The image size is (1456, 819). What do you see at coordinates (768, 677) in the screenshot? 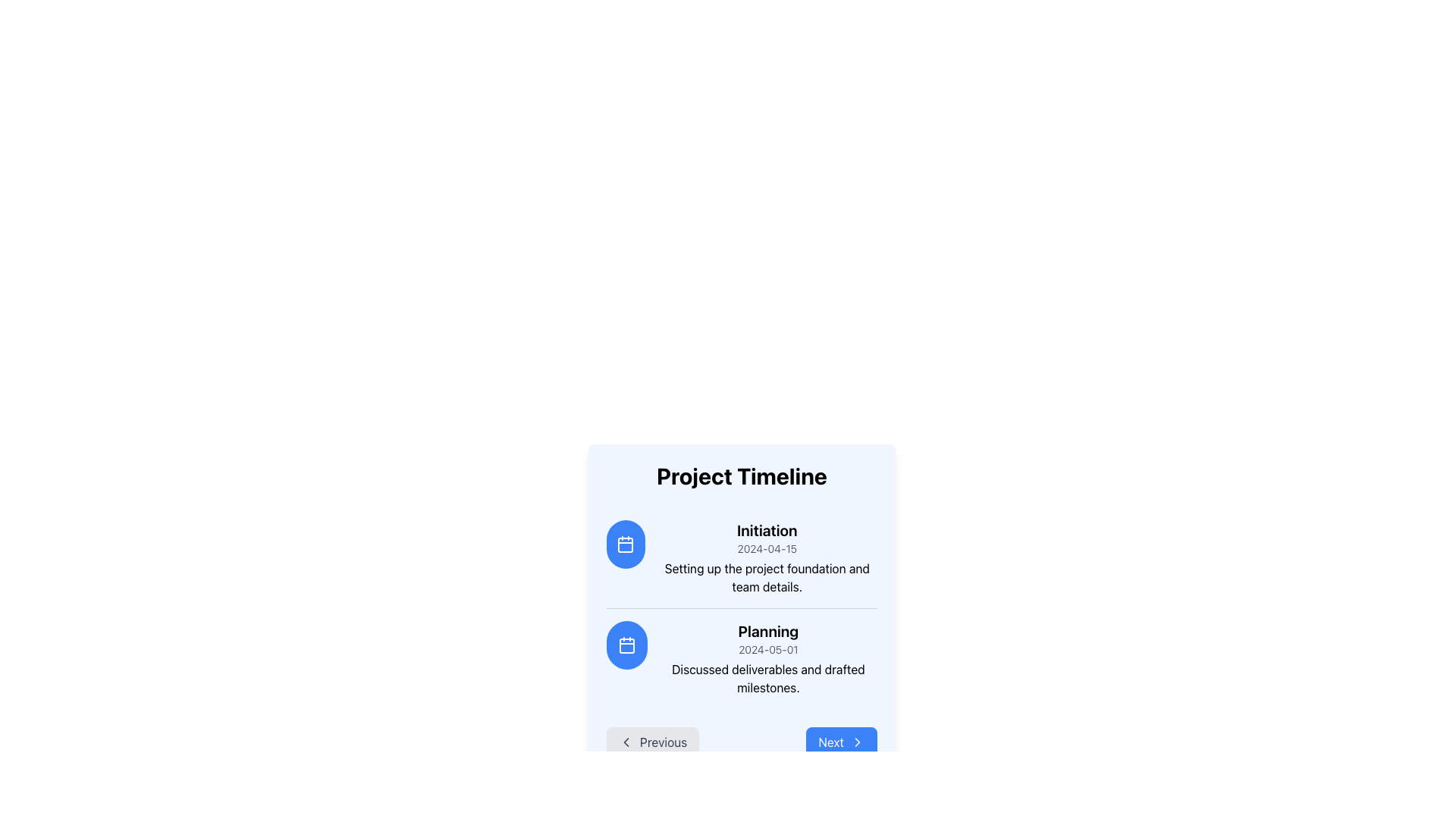
I see `the text display element that shows 'Discussed deliverables and drafted milestones.' located beneath the date 'Planning 2024-05-01'` at bounding box center [768, 677].